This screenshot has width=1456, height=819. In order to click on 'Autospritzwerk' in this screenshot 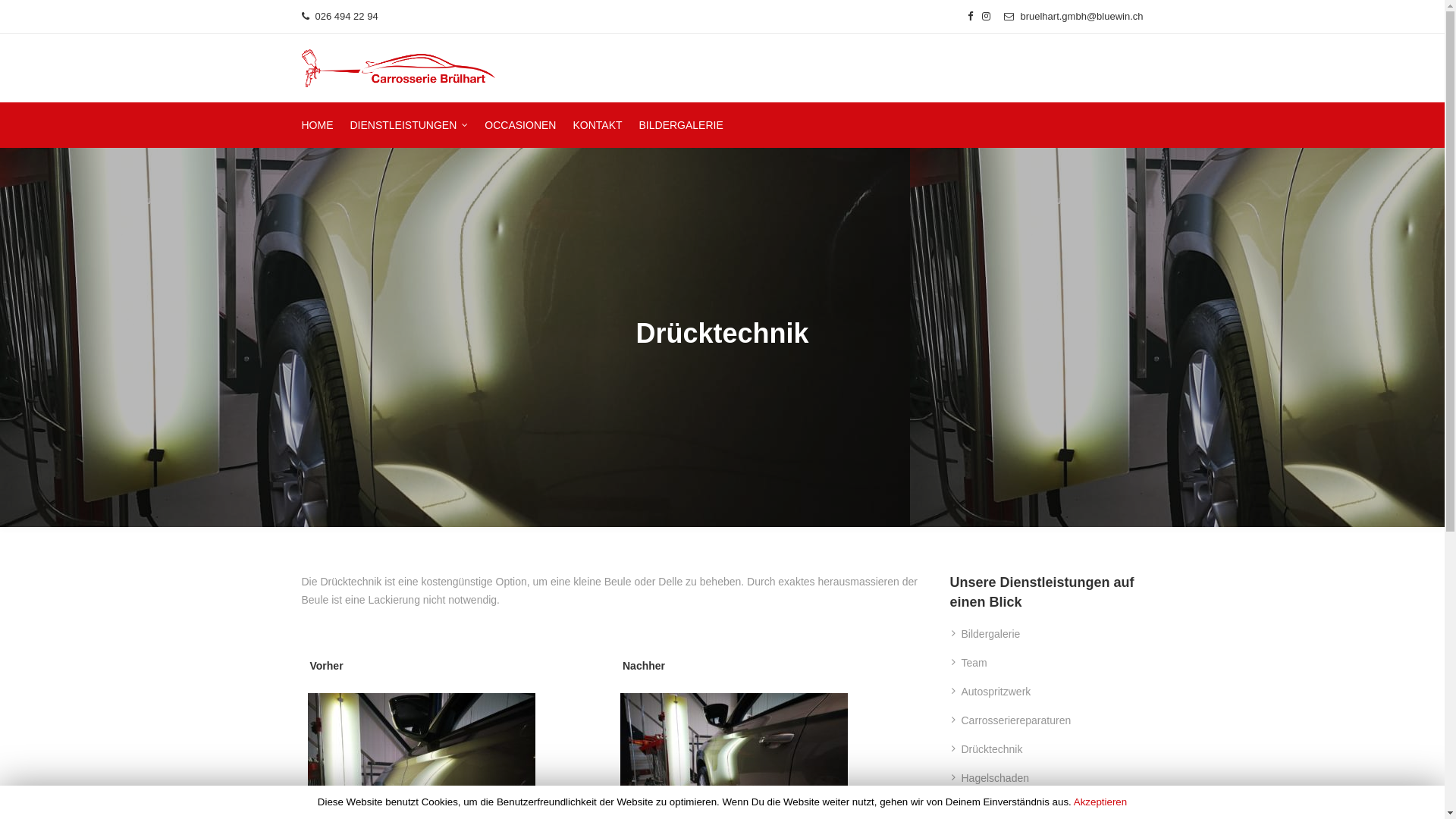, I will do `click(996, 691)`.